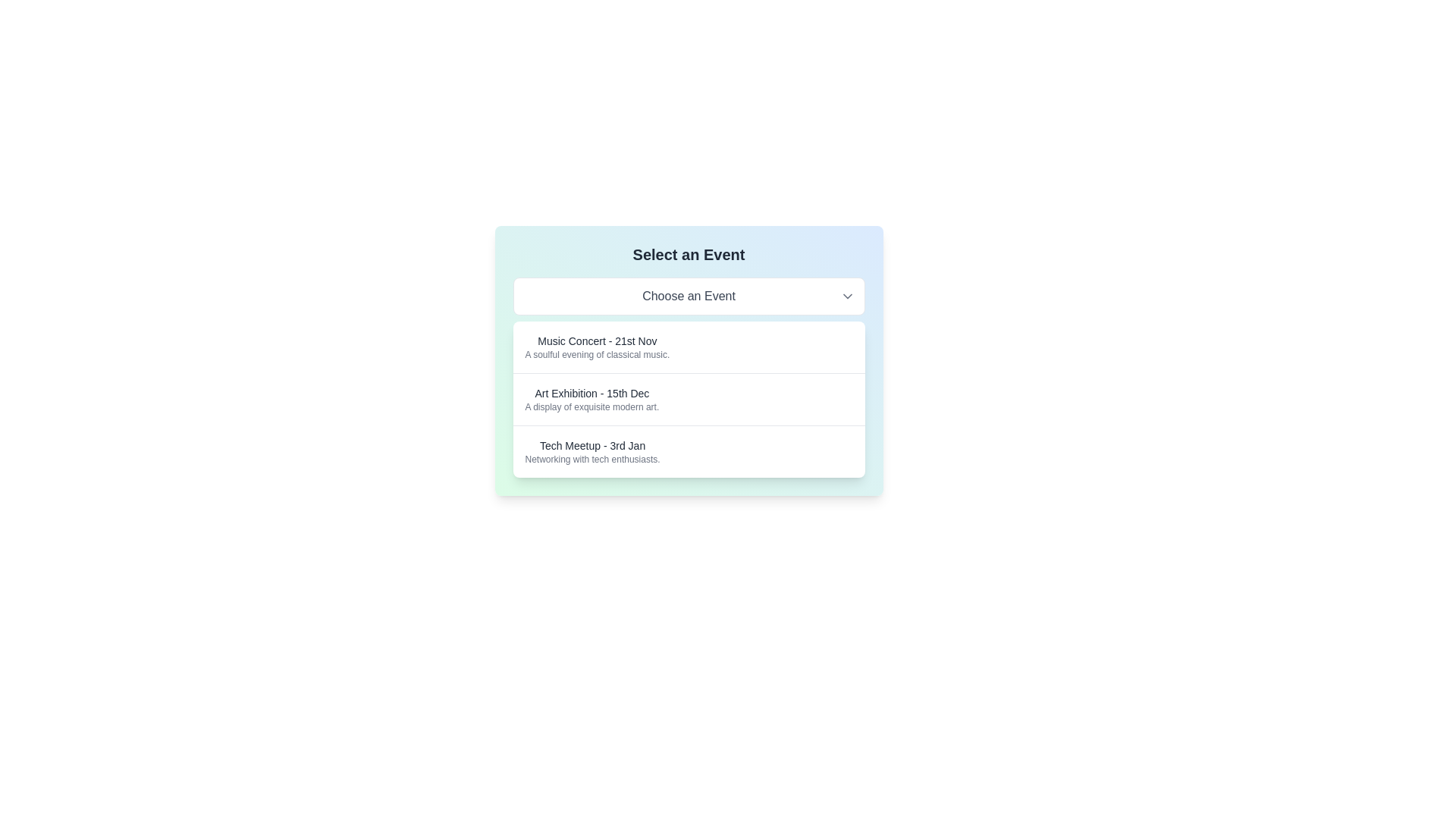 The width and height of the screenshot is (1456, 819). I want to click on text element displaying 'Networking with tech enthusiasts.' which is located below the title 'Tech Meetup - 3rd Jan' in the rightmost column of the dropdown menu, so click(591, 458).